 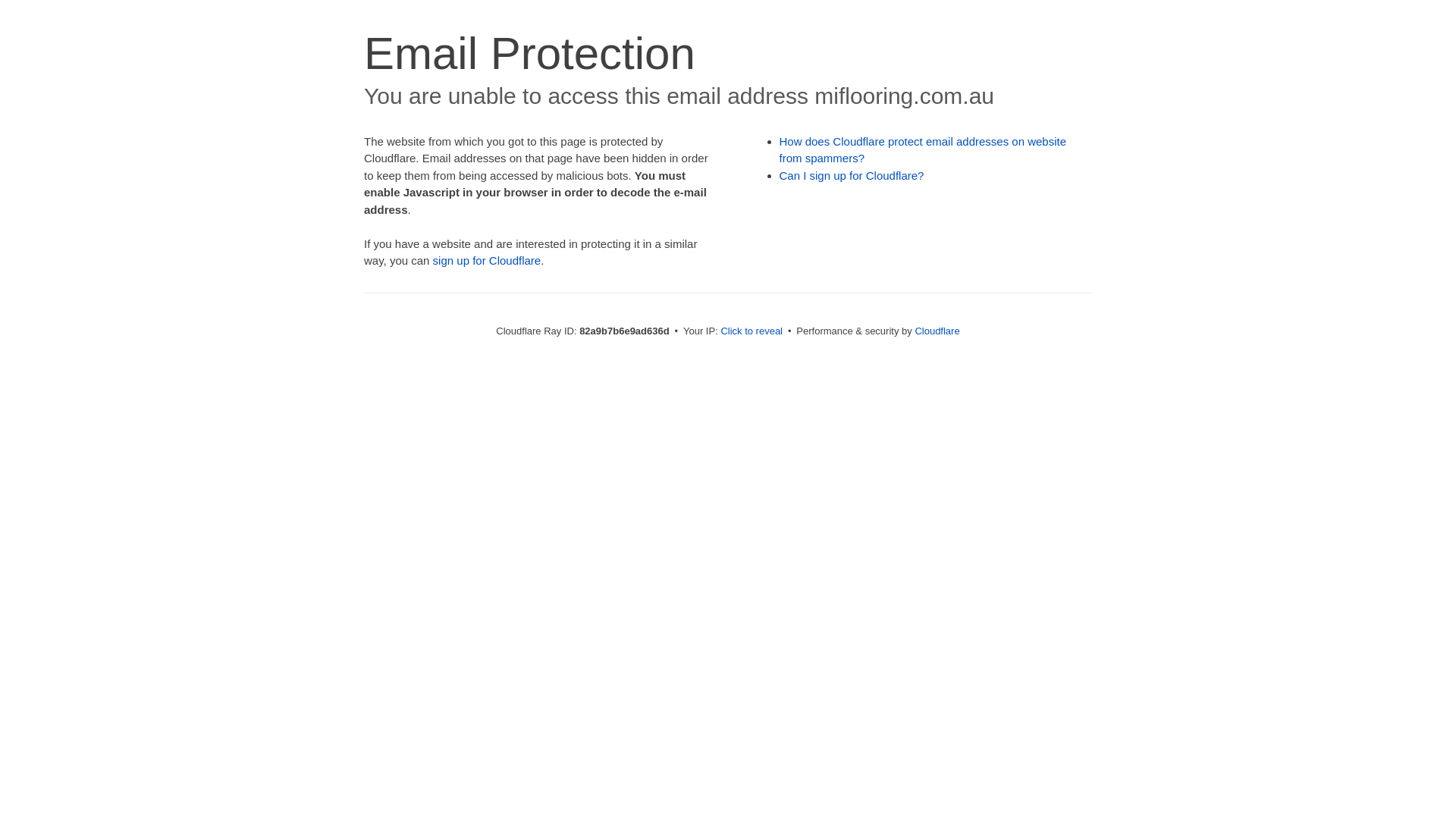 What do you see at coordinates (487, 259) in the screenshot?
I see `'sign up for Cloudflare'` at bounding box center [487, 259].